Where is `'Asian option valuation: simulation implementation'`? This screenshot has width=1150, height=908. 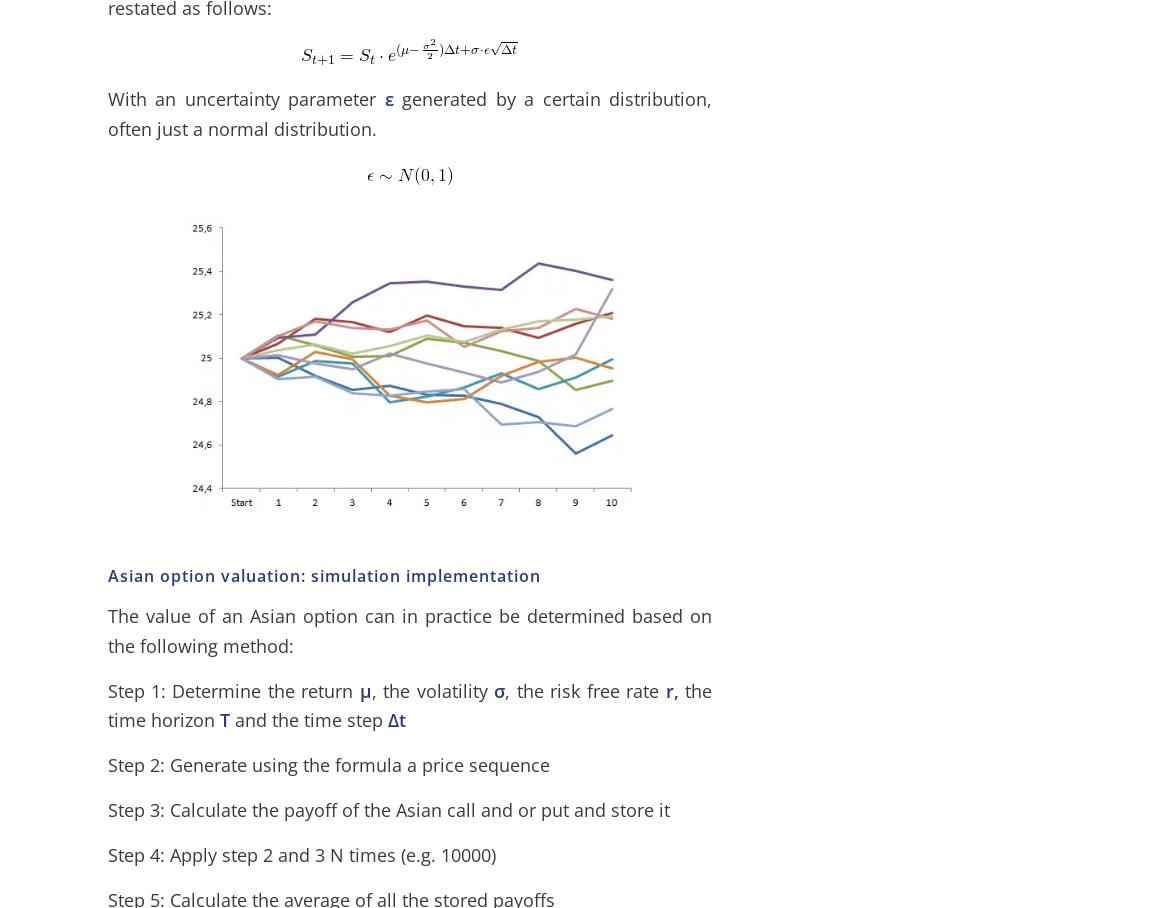 'Asian option valuation: simulation implementation' is located at coordinates (105, 575).